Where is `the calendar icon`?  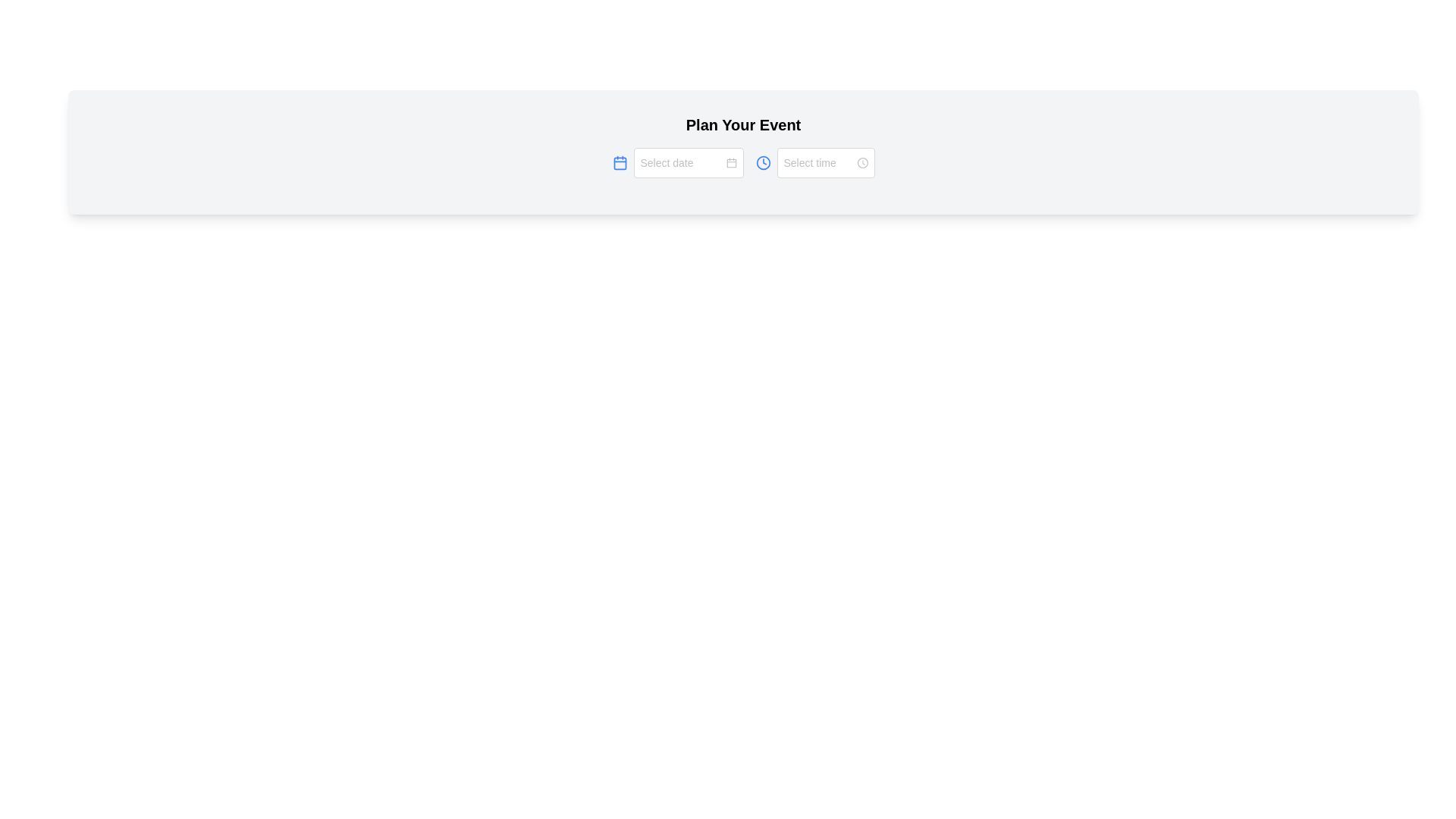 the calendar icon is located at coordinates (687, 163).